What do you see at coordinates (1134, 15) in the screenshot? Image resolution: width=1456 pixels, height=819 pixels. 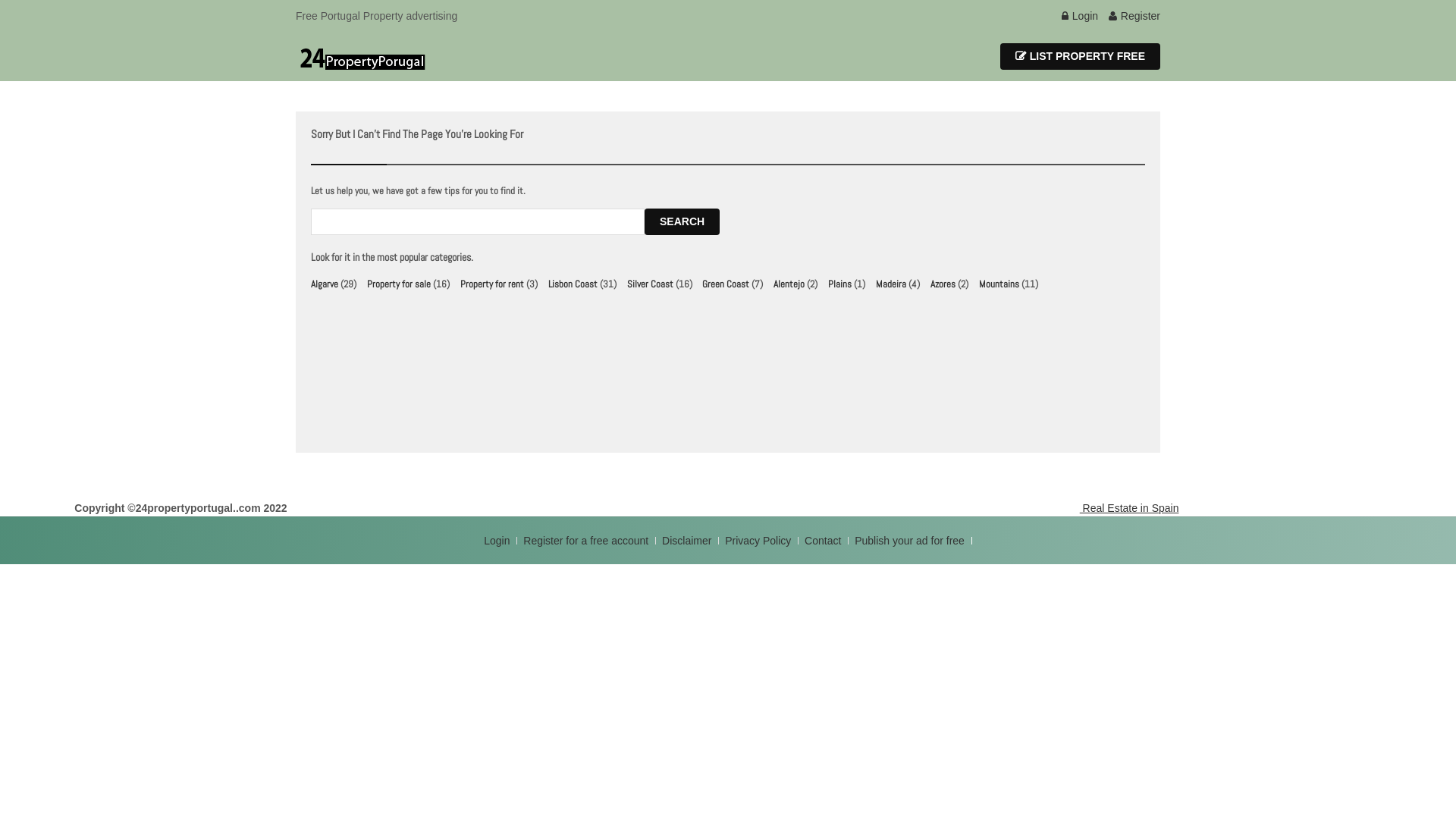 I see `'Register'` at bounding box center [1134, 15].